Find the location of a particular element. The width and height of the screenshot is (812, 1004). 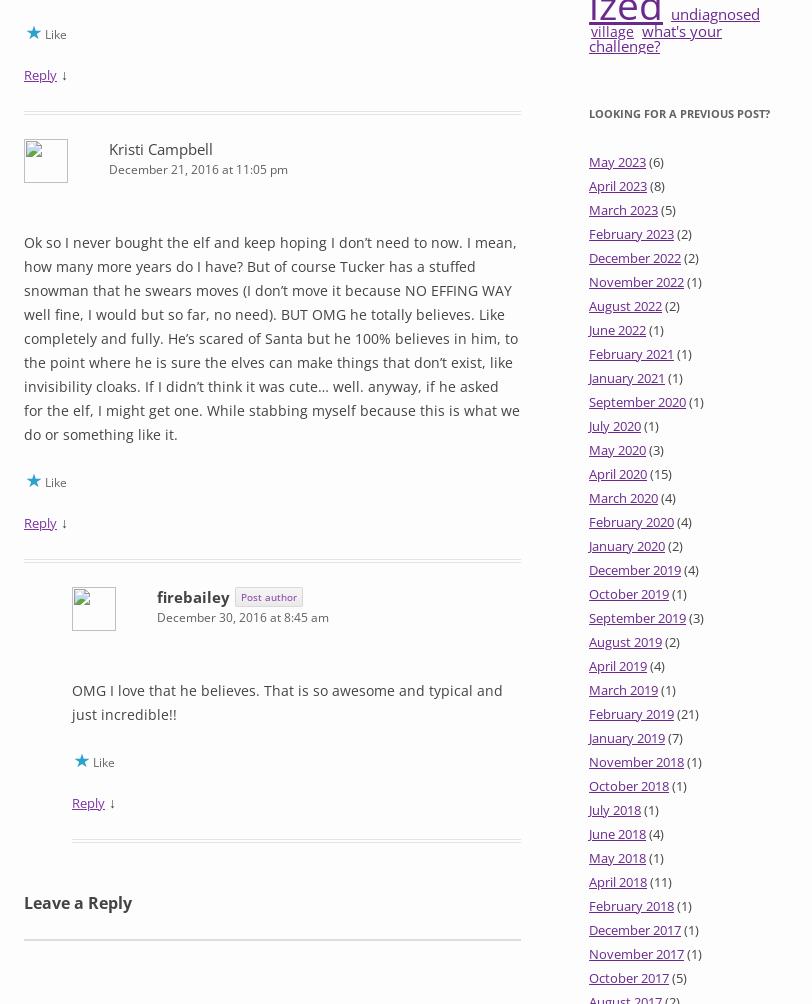

'March 2019' is located at coordinates (623, 689).